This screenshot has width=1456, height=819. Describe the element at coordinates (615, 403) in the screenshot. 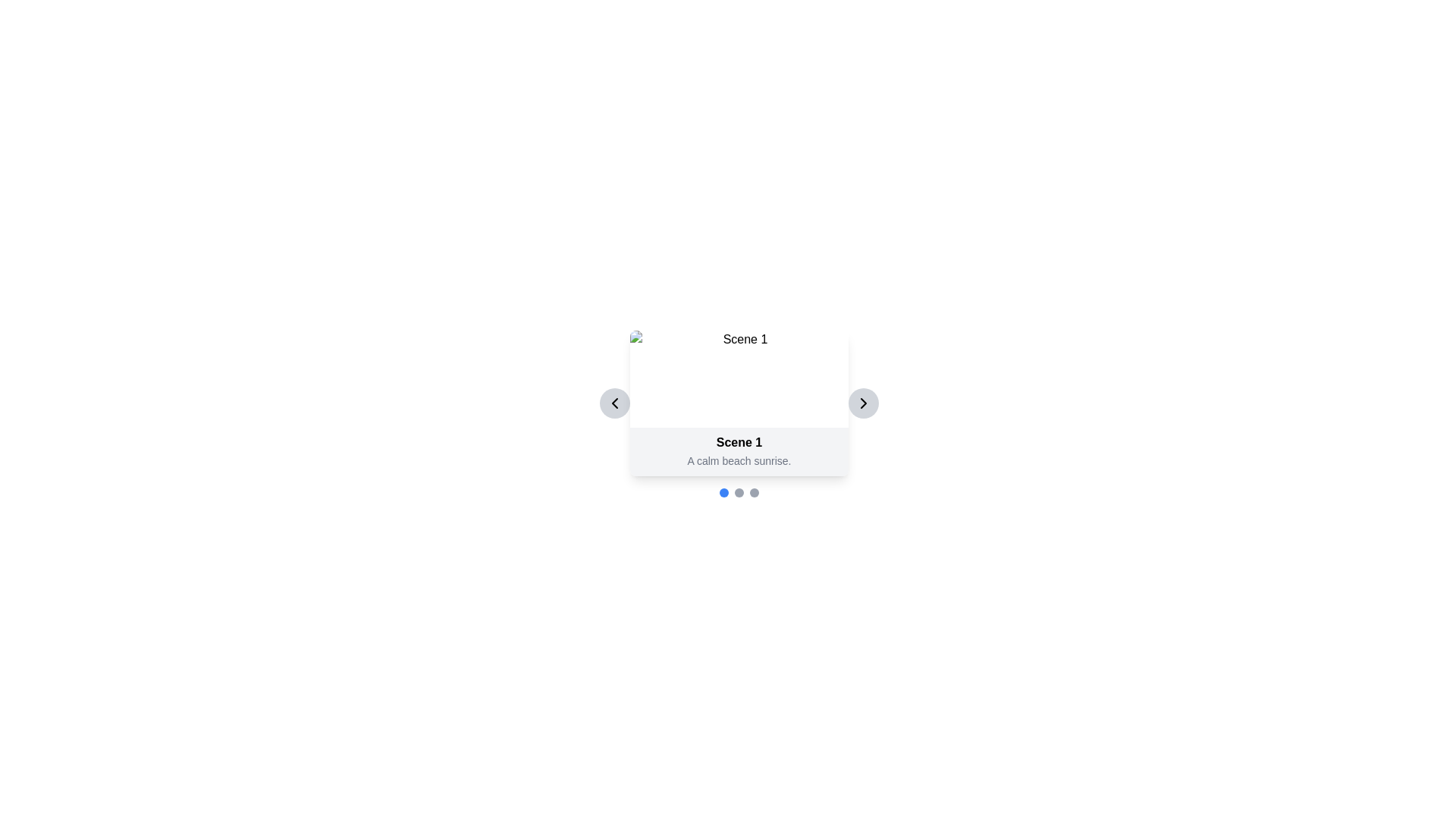

I see `the navigation icon within the circular button on the left side of the card-like structure` at that location.